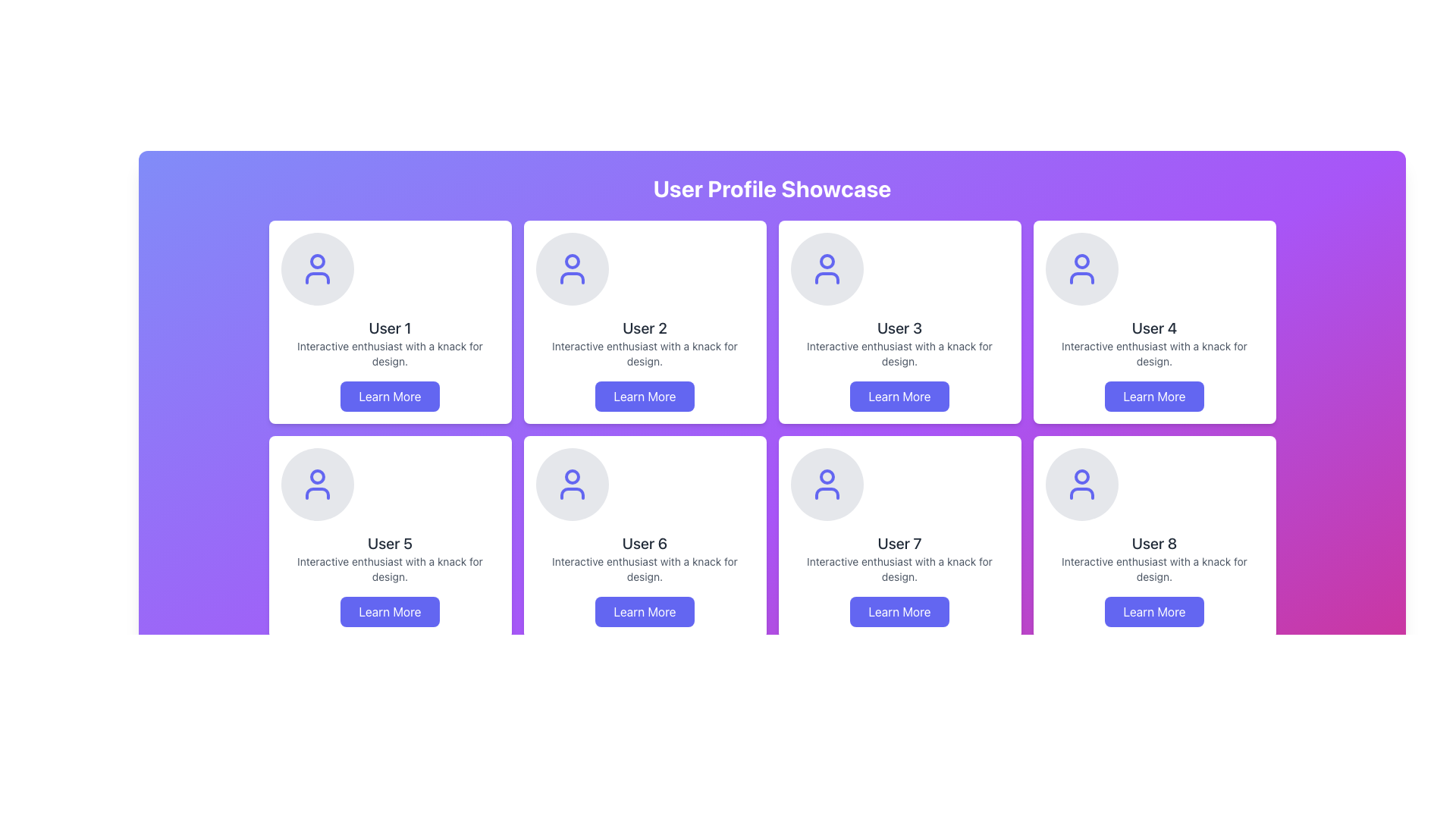 The width and height of the screenshot is (1456, 819). What do you see at coordinates (645, 543) in the screenshot?
I see `the text label 'User 6' which identifies the user associated with the respective card in the profile showcase grid, located in the bottom center of a 2x4 grid layout` at bounding box center [645, 543].